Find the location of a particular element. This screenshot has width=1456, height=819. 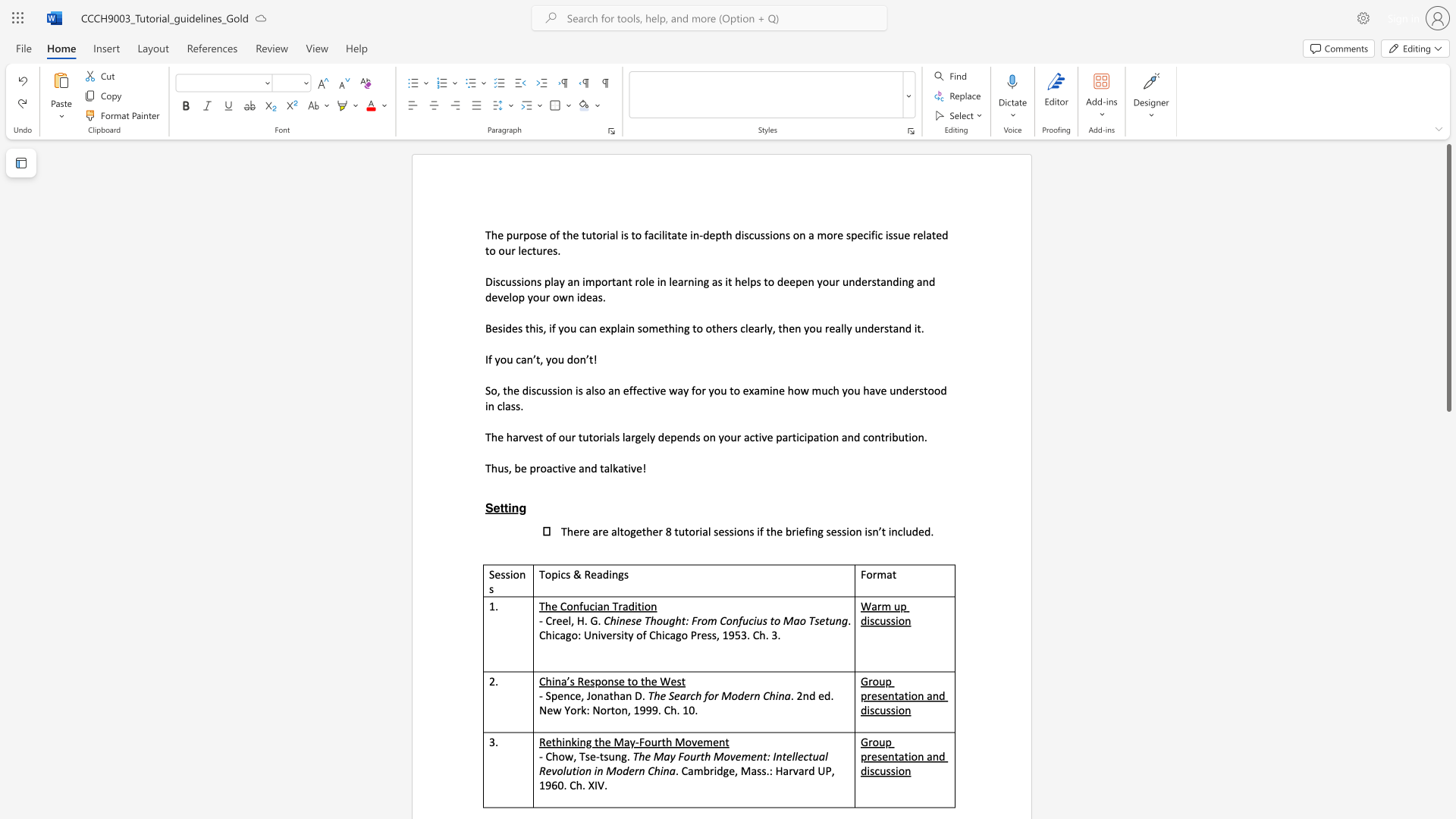

the scrollbar to scroll the page down is located at coordinates (1448, 734).